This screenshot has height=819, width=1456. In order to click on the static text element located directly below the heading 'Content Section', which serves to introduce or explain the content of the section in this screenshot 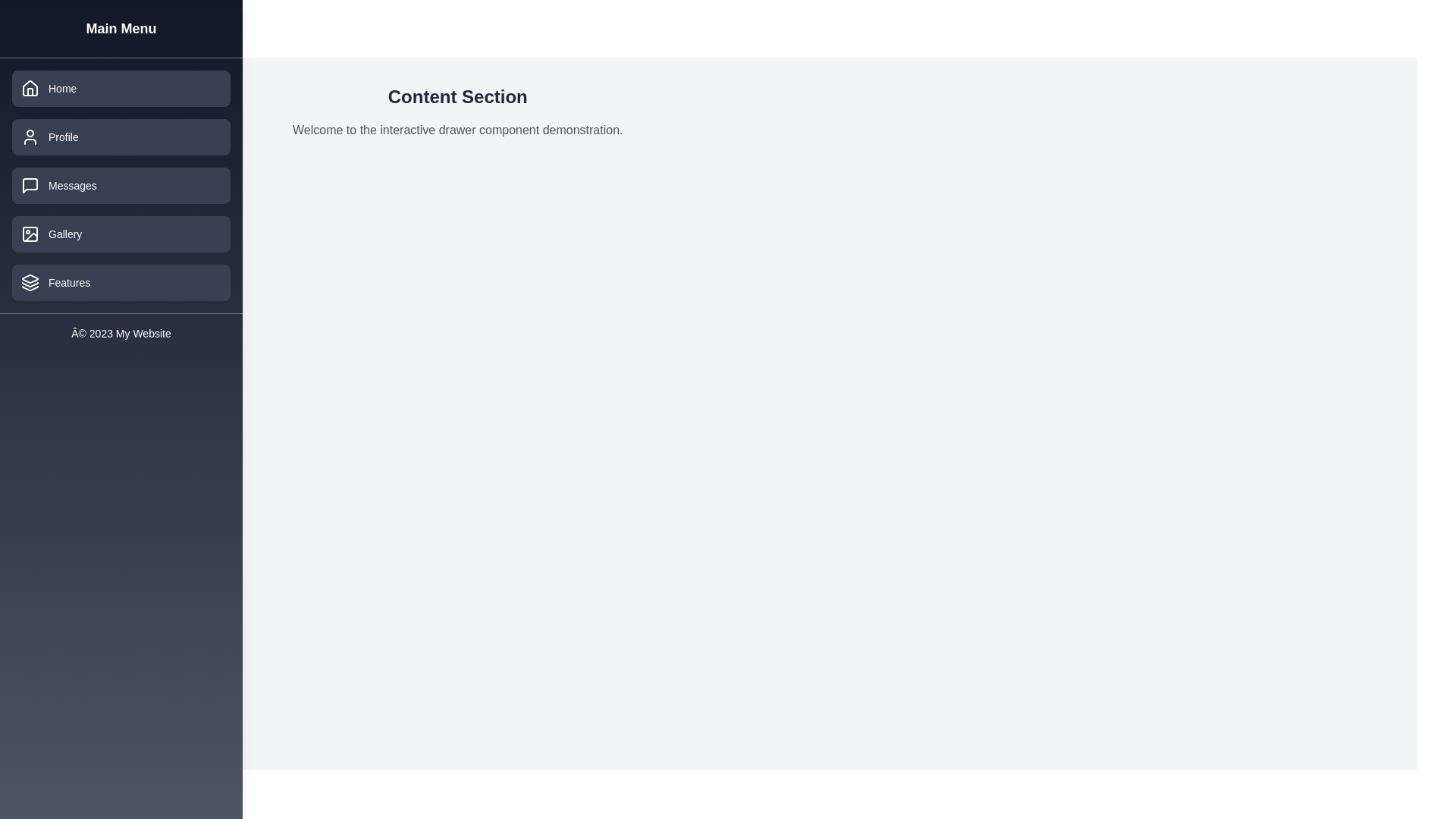, I will do `click(457, 130)`.